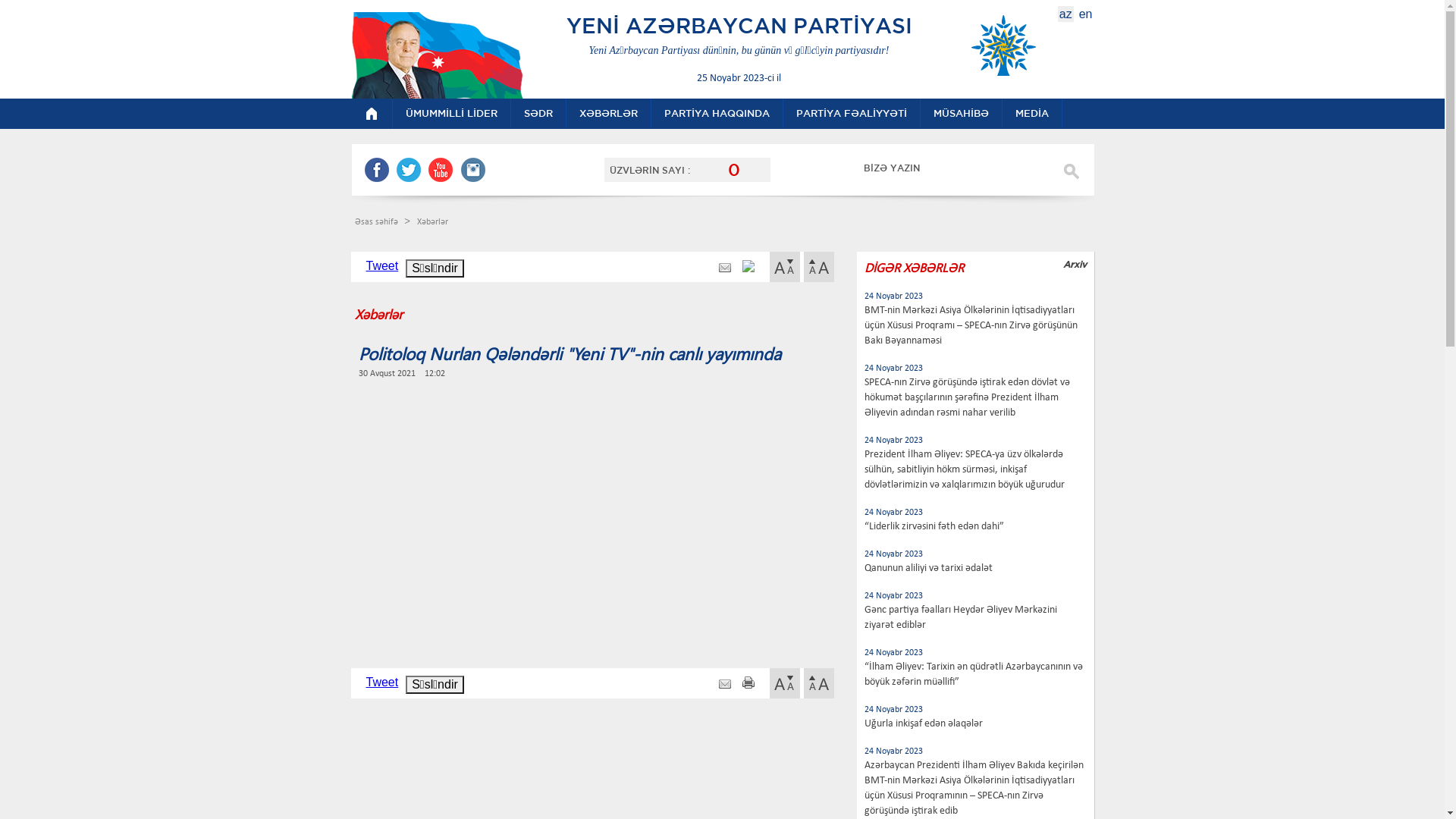 The height and width of the screenshot is (819, 1456). What do you see at coordinates (365, 681) in the screenshot?
I see `'Tweet'` at bounding box center [365, 681].